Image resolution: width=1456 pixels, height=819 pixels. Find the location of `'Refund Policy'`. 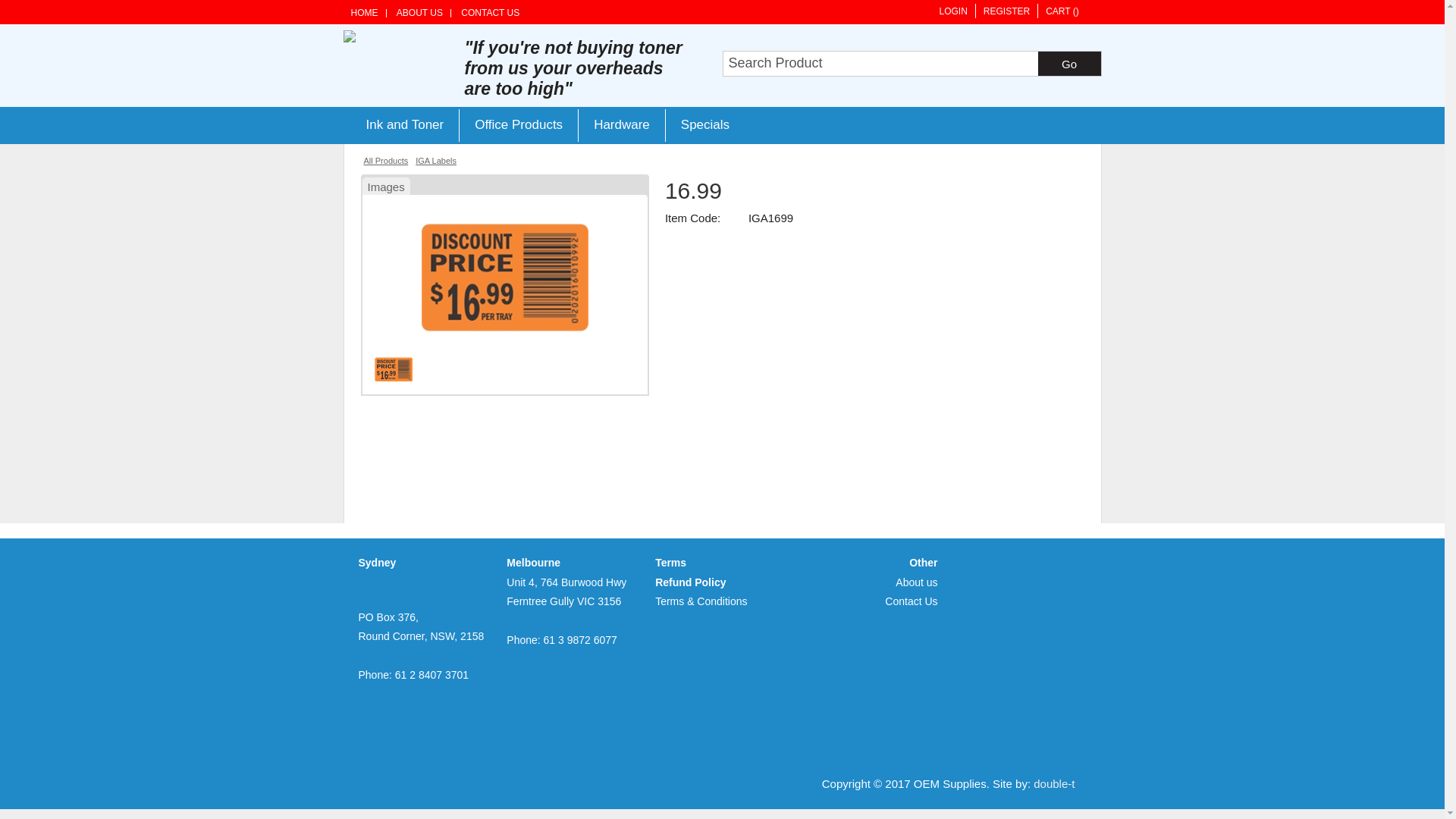

'Refund Policy' is located at coordinates (689, 581).